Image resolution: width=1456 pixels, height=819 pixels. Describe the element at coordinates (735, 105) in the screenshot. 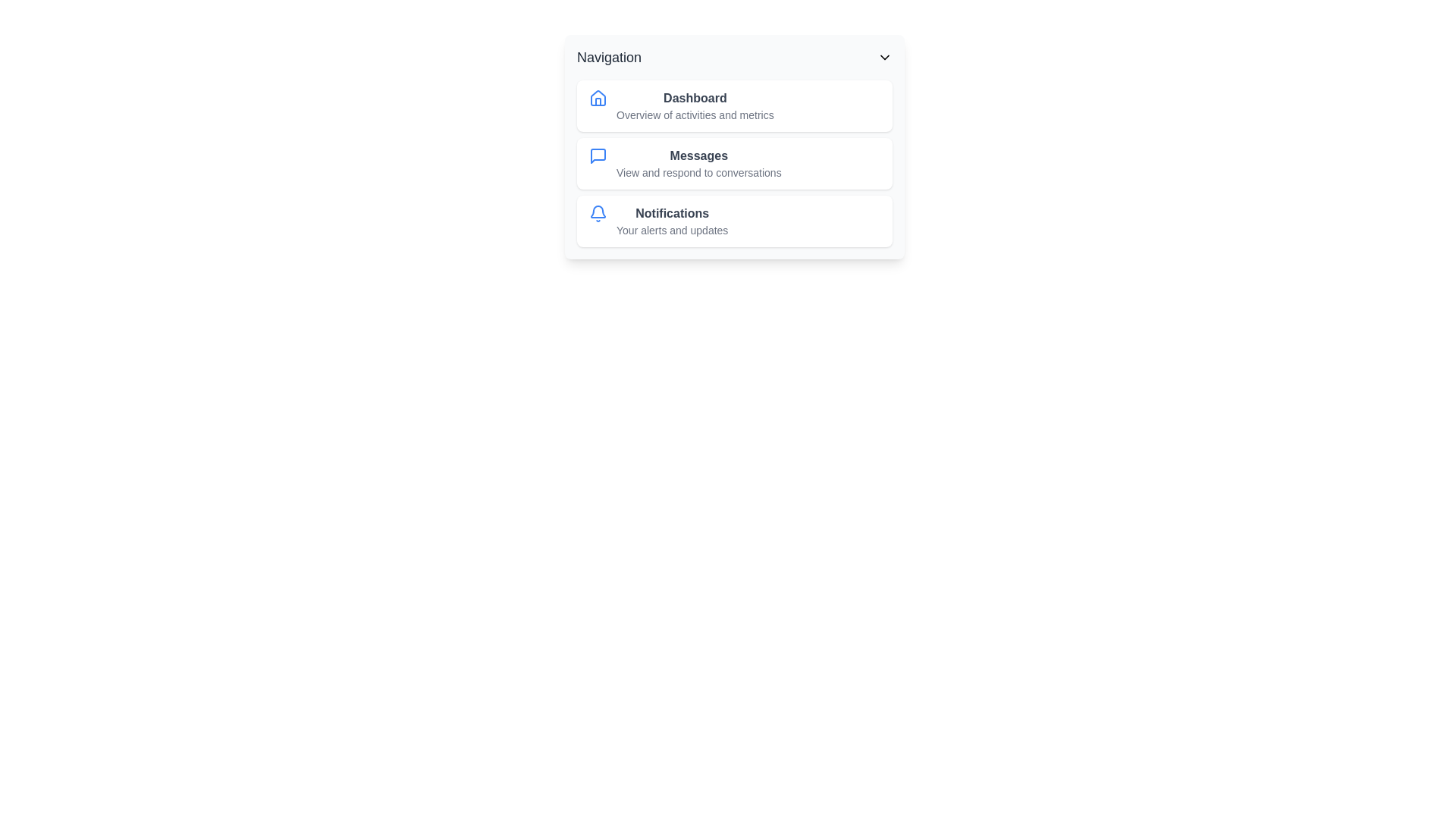

I see `the navigation item Dashboard from the list` at that location.